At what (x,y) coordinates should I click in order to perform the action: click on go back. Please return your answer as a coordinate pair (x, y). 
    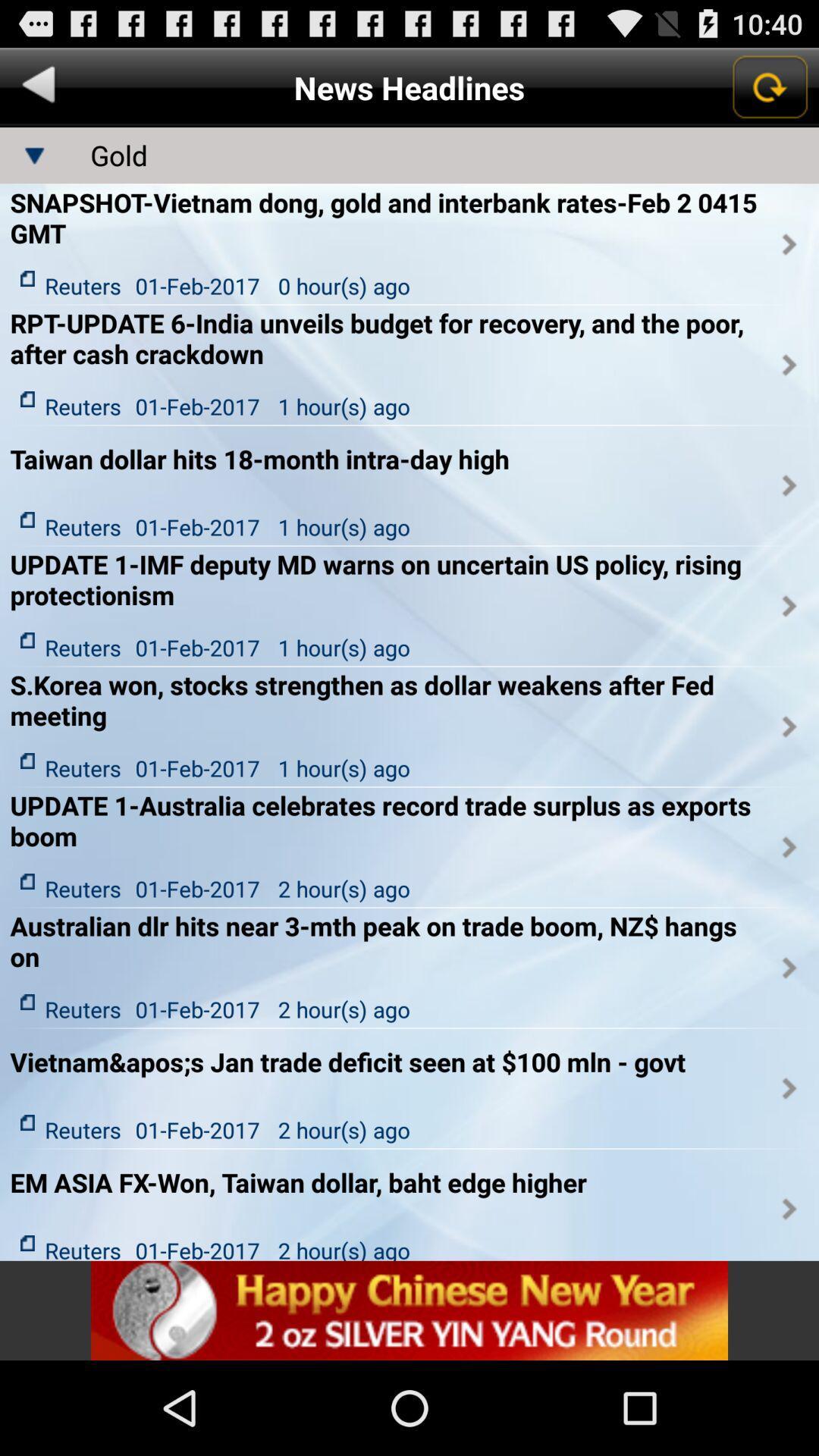
    Looking at the image, I should click on (38, 86).